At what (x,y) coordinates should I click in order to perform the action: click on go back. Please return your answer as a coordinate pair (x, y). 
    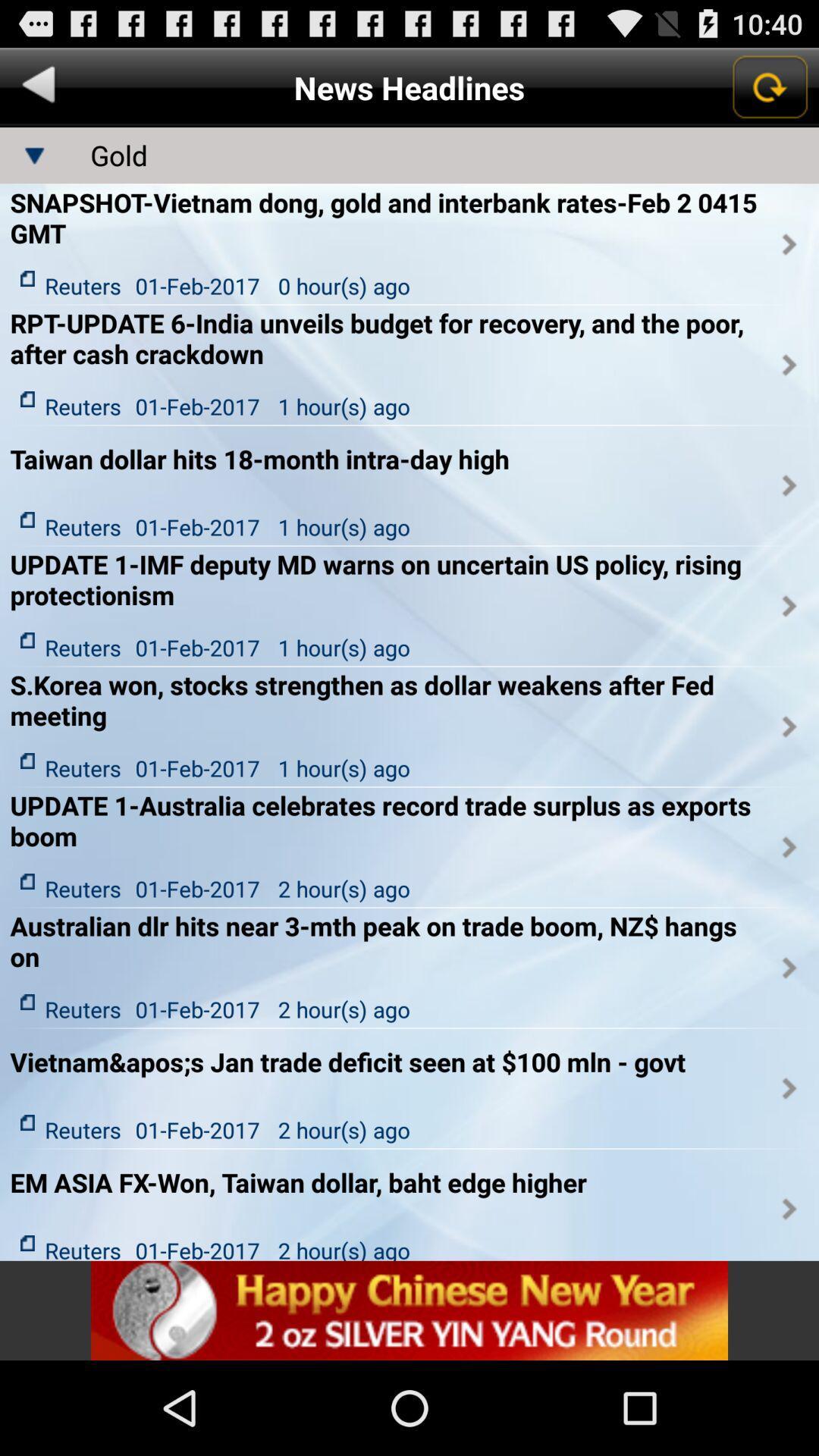
    Looking at the image, I should click on (38, 86).